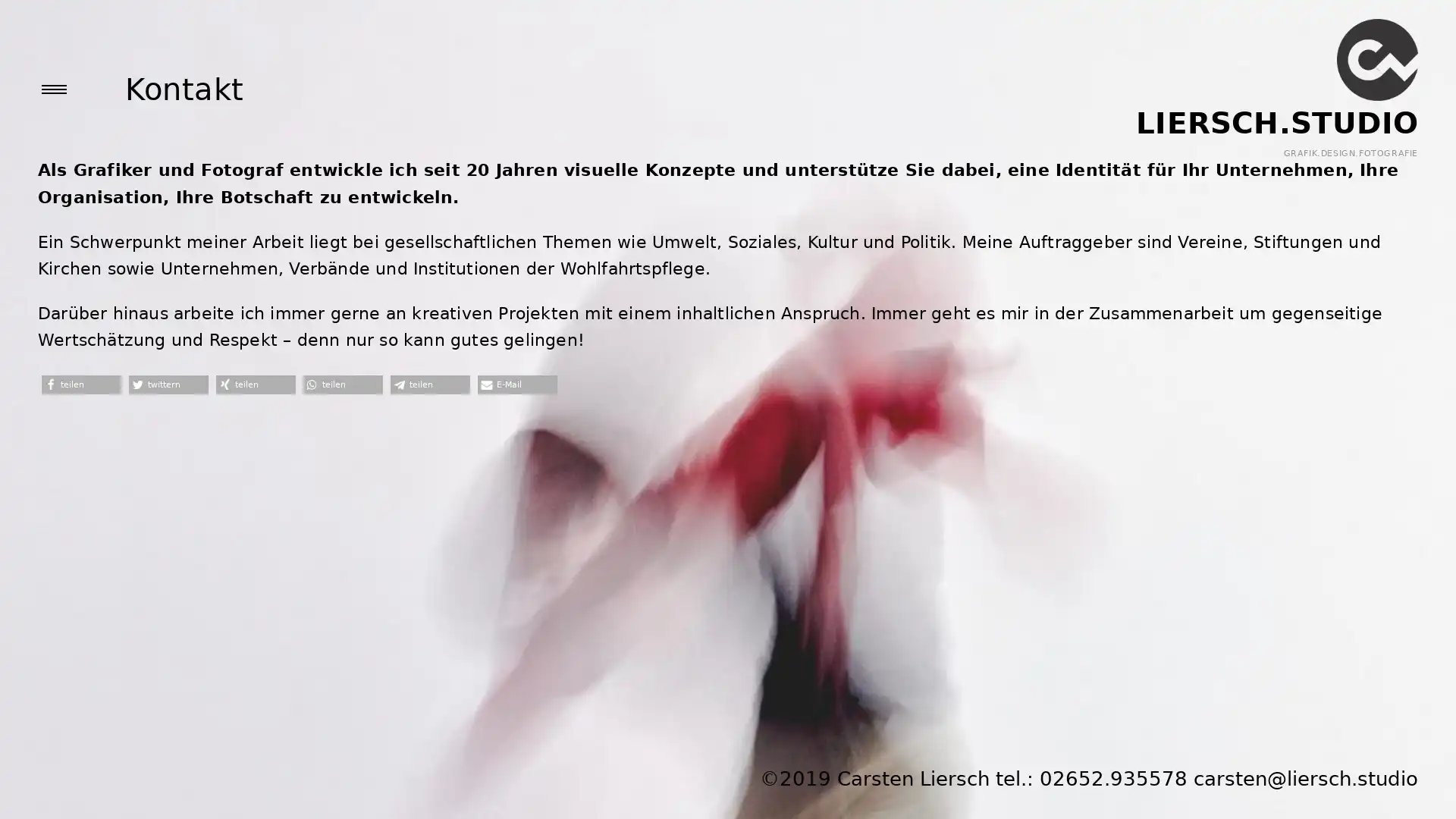 The image size is (1456, 819). I want to click on Bei Twitter teilen, so click(168, 570).